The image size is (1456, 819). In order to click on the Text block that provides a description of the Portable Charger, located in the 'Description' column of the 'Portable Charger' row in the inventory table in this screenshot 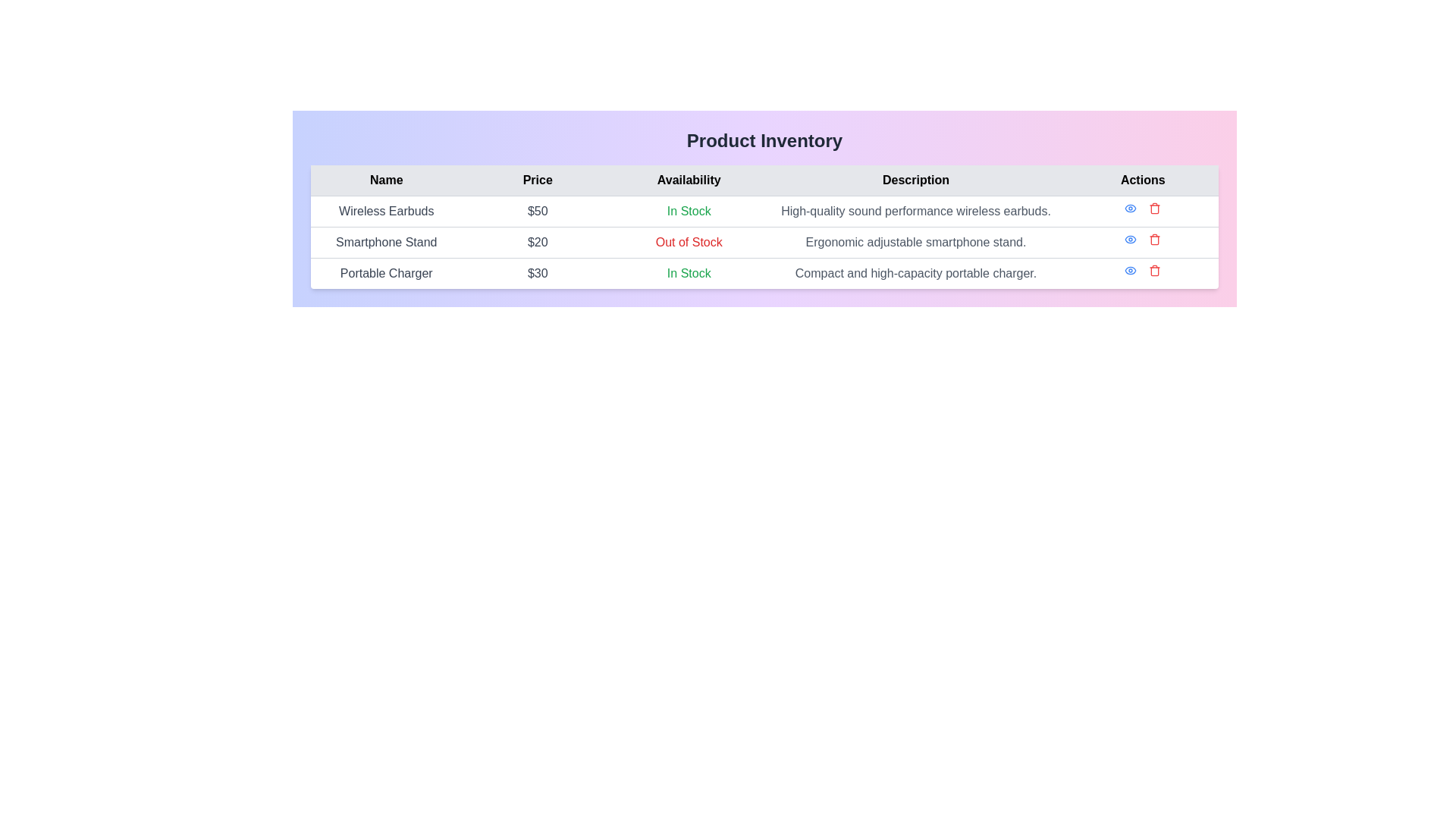, I will do `click(915, 273)`.